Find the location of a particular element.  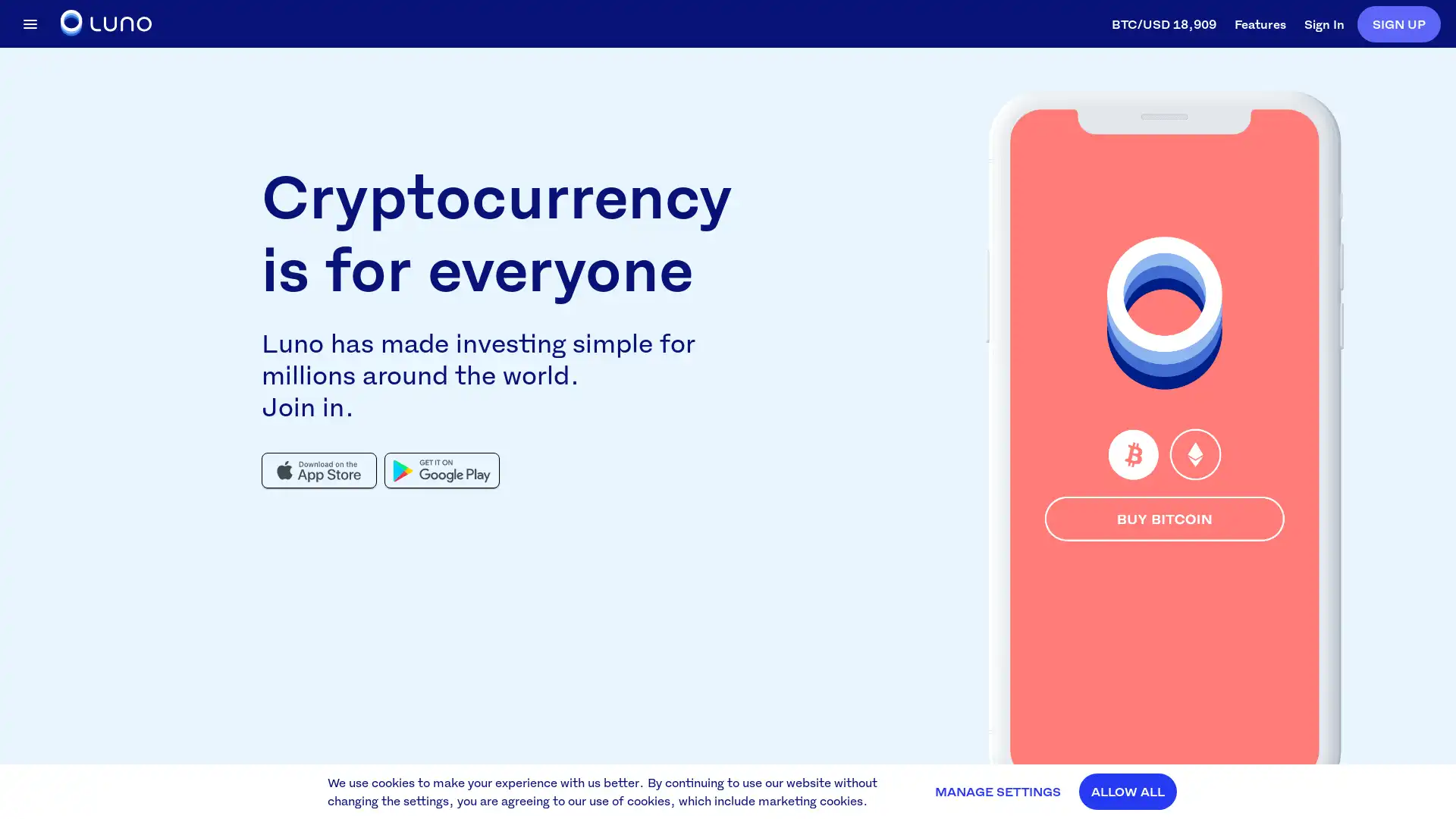

SIGN UP is located at coordinates (1398, 23).